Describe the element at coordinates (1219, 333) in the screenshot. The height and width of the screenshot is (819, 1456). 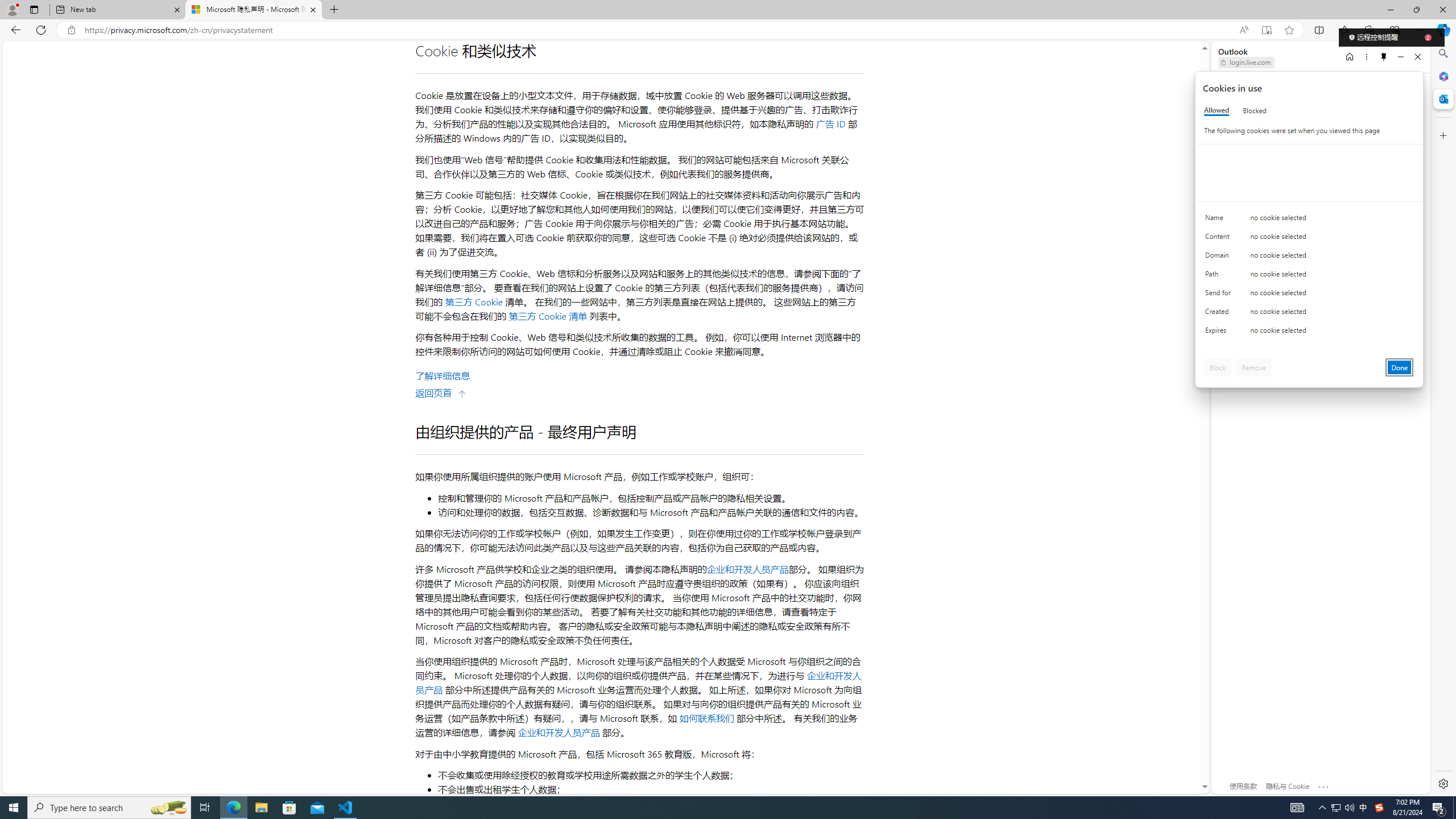
I see `'Expires'` at that location.